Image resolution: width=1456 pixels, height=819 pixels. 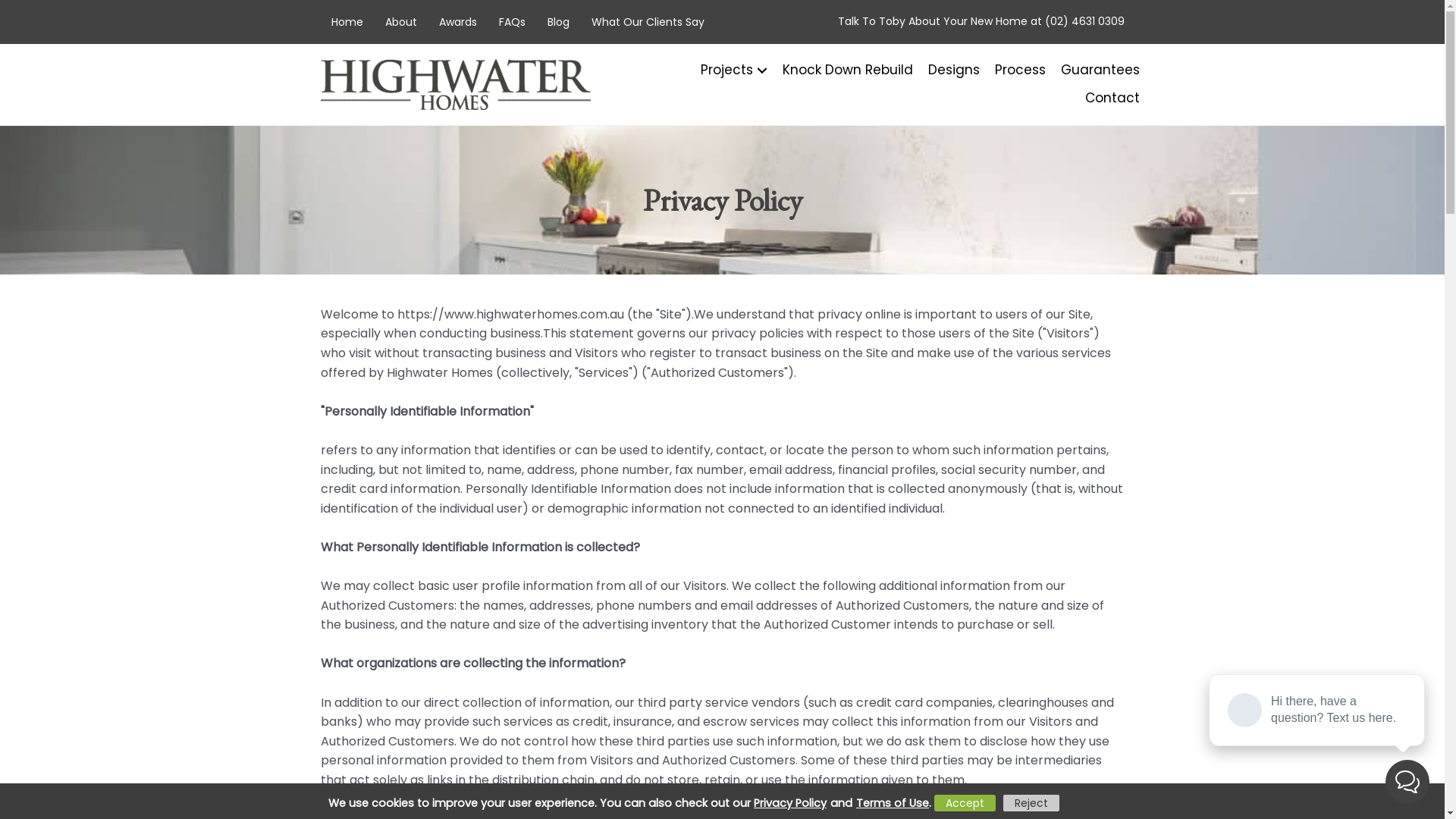 I want to click on 'logo-400', so click(x=454, y=84).